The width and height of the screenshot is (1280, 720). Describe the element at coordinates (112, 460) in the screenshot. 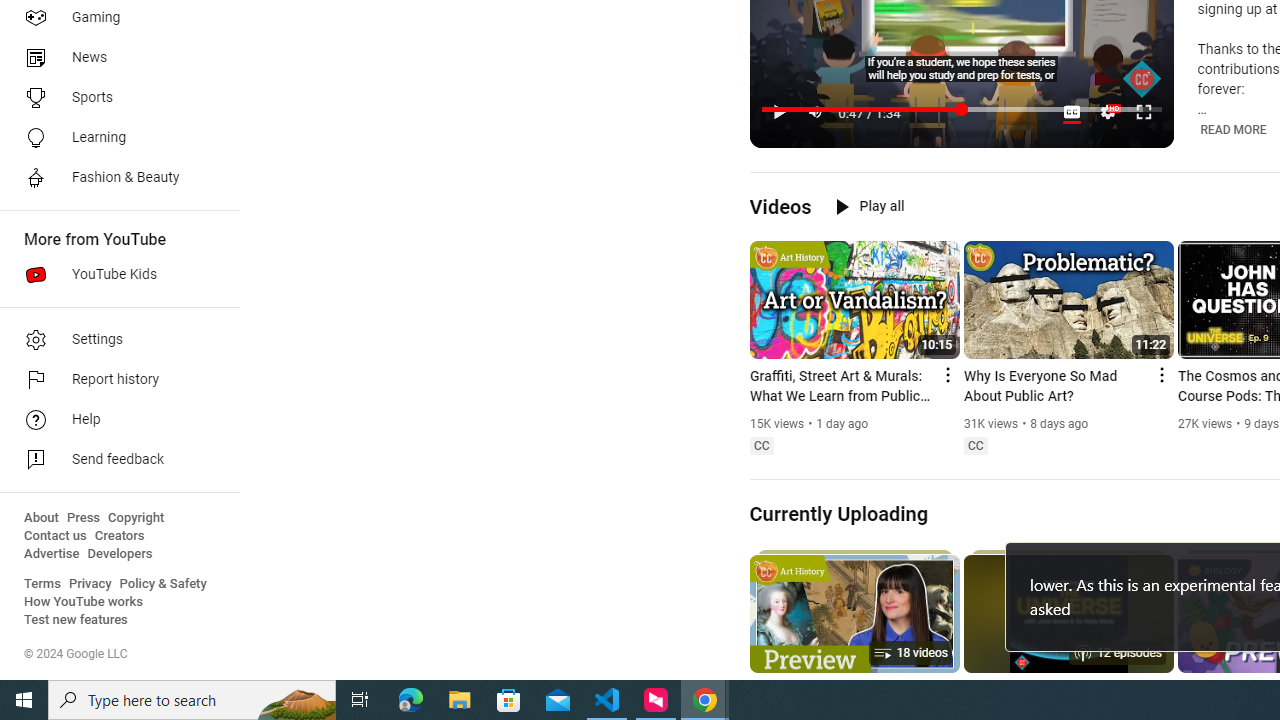

I see `'Send feedback'` at that location.